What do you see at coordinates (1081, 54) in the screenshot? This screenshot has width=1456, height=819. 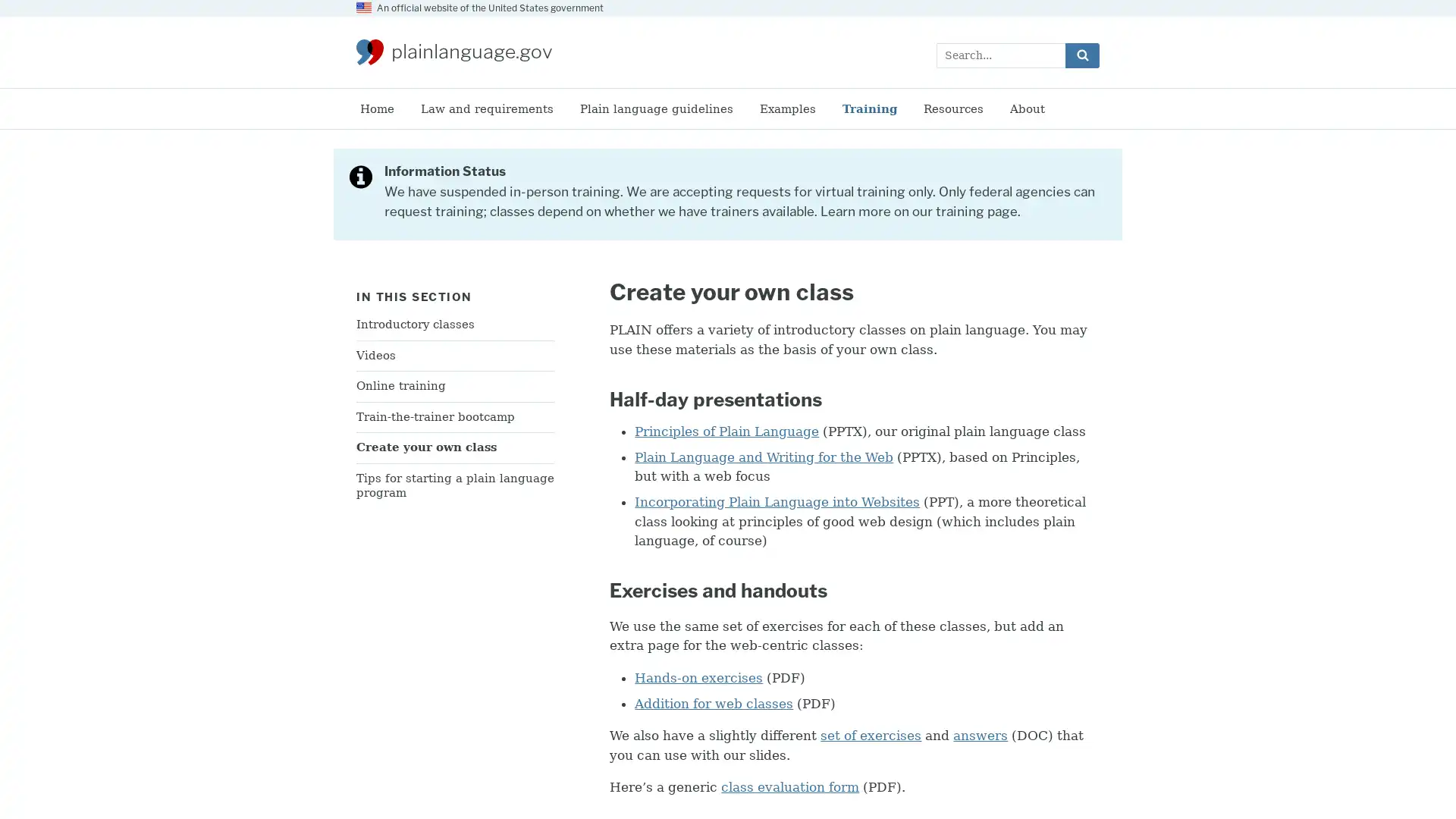 I see `Search` at bounding box center [1081, 54].